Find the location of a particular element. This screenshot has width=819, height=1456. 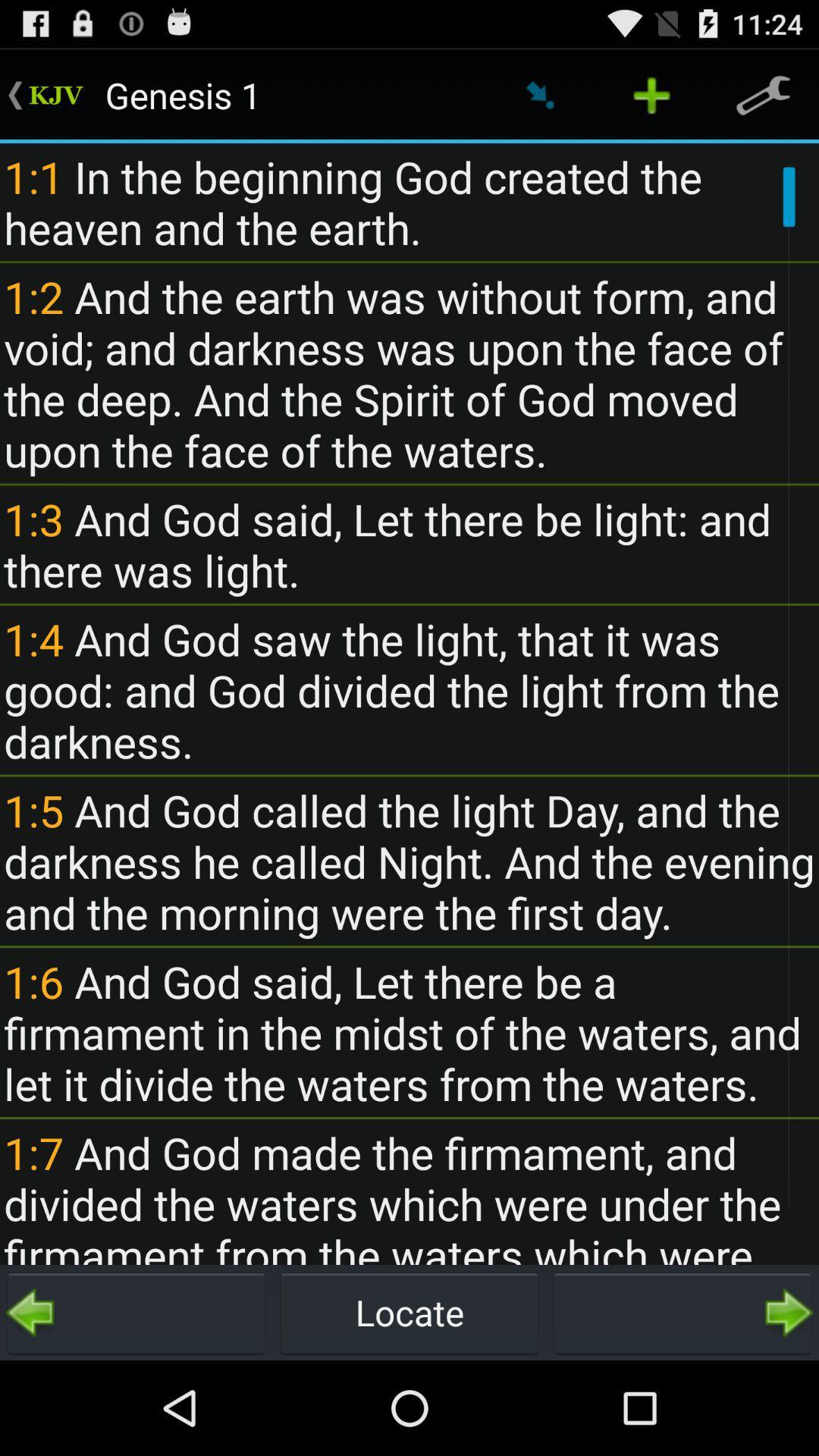

go forward is located at coordinates (681, 1312).